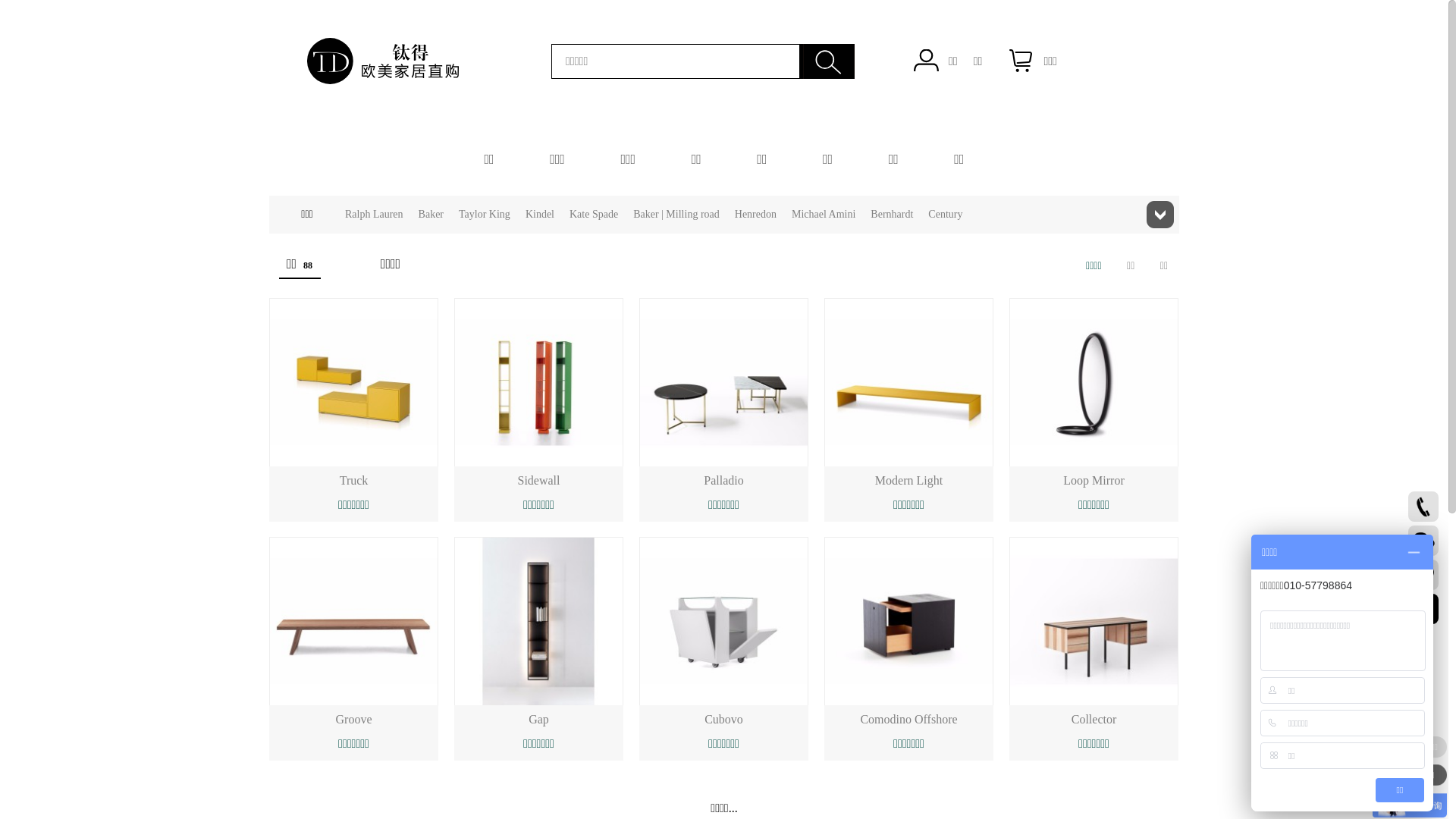  I want to click on 'Baker | Milling road', so click(633, 214).